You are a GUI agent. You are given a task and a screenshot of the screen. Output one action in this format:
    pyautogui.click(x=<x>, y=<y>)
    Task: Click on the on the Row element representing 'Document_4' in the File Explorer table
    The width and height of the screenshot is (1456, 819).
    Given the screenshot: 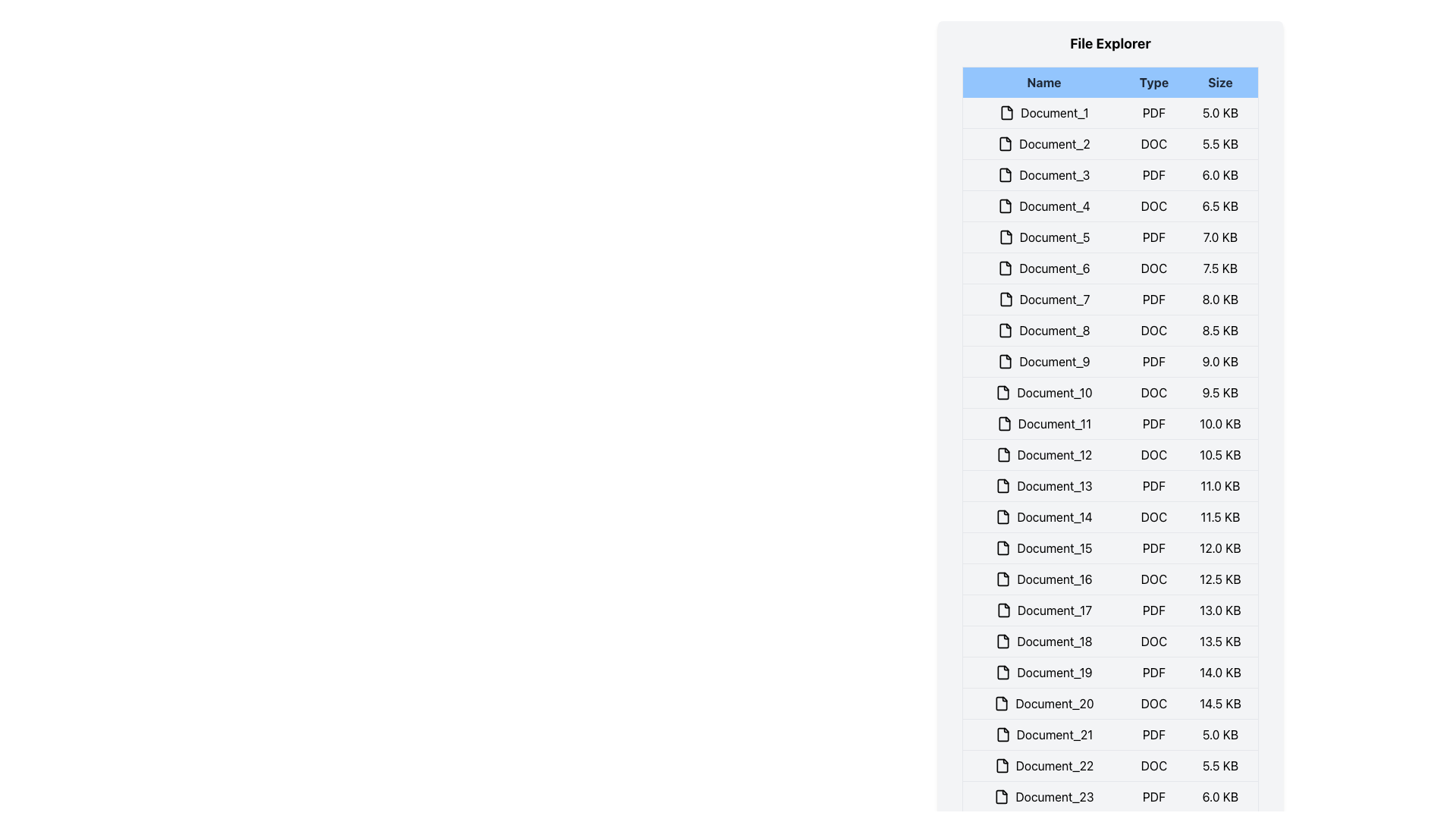 What is the action you would take?
    pyautogui.click(x=1110, y=206)
    